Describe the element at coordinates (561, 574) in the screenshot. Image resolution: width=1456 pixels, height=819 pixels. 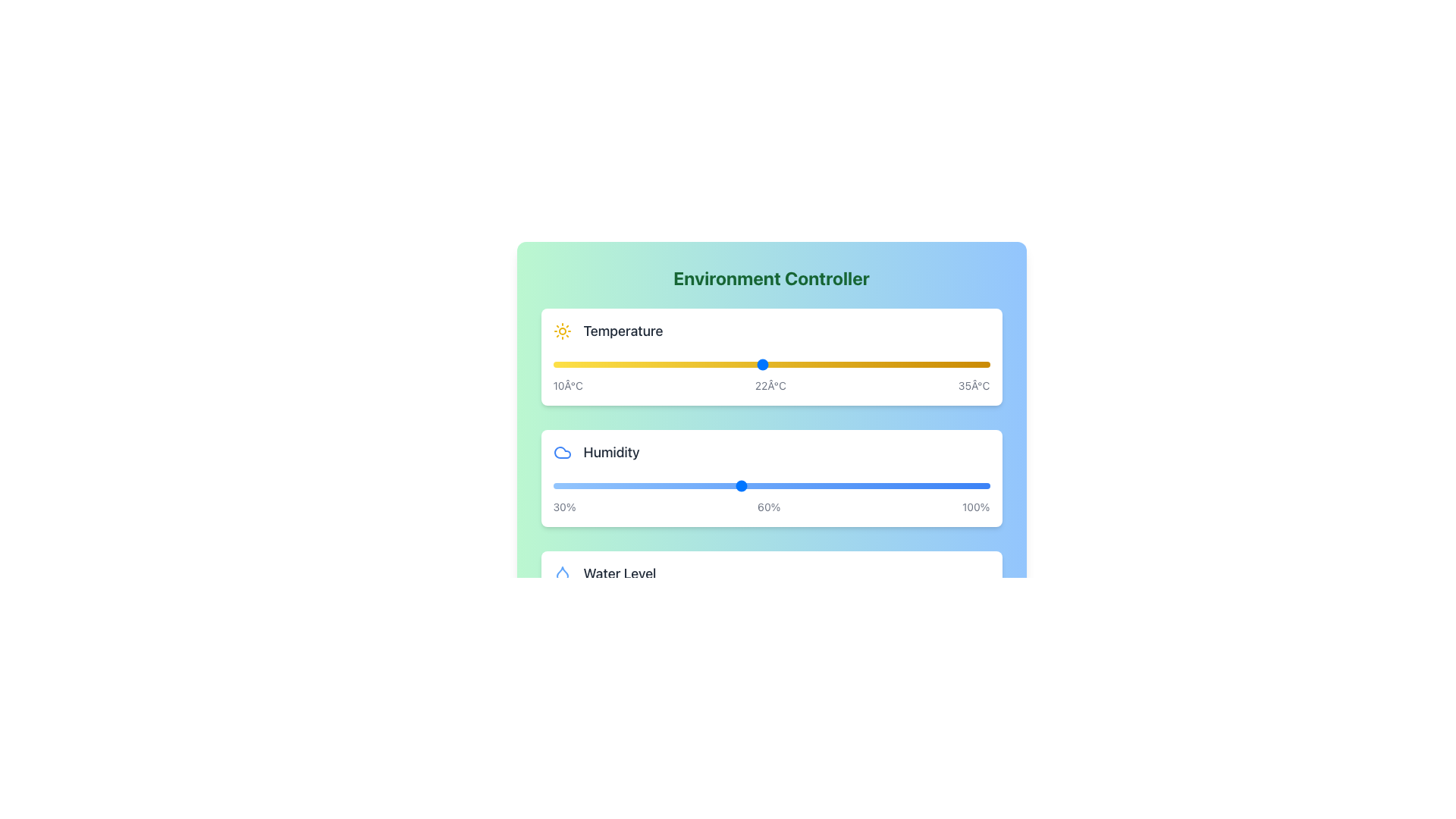
I see `the decorative icon associated with the 'Water Level' section, located below the 'Humidity' gauge, identifiable by its unique shape` at that location.